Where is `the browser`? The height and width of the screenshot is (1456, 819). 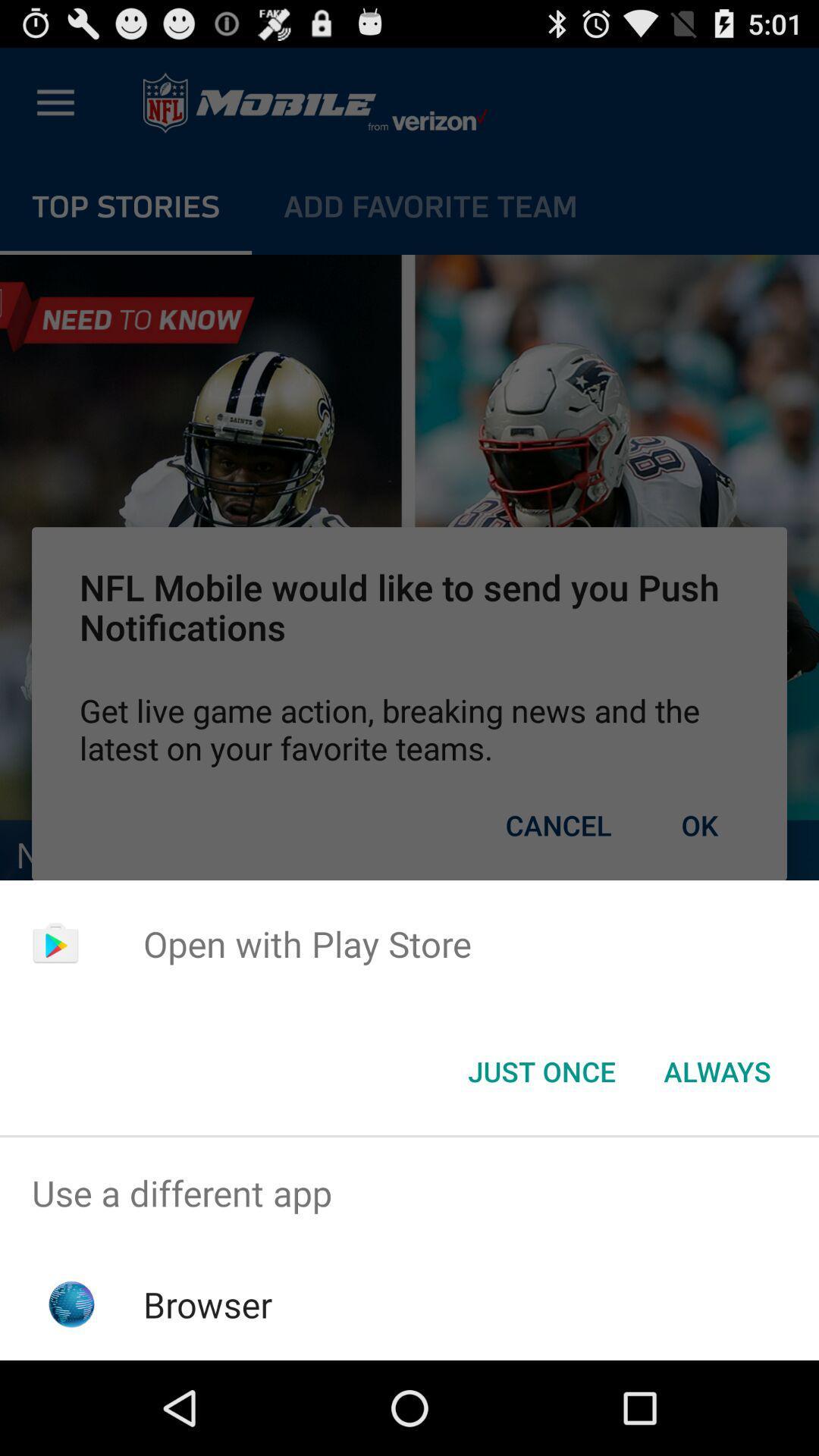 the browser is located at coordinates (208, 1304).